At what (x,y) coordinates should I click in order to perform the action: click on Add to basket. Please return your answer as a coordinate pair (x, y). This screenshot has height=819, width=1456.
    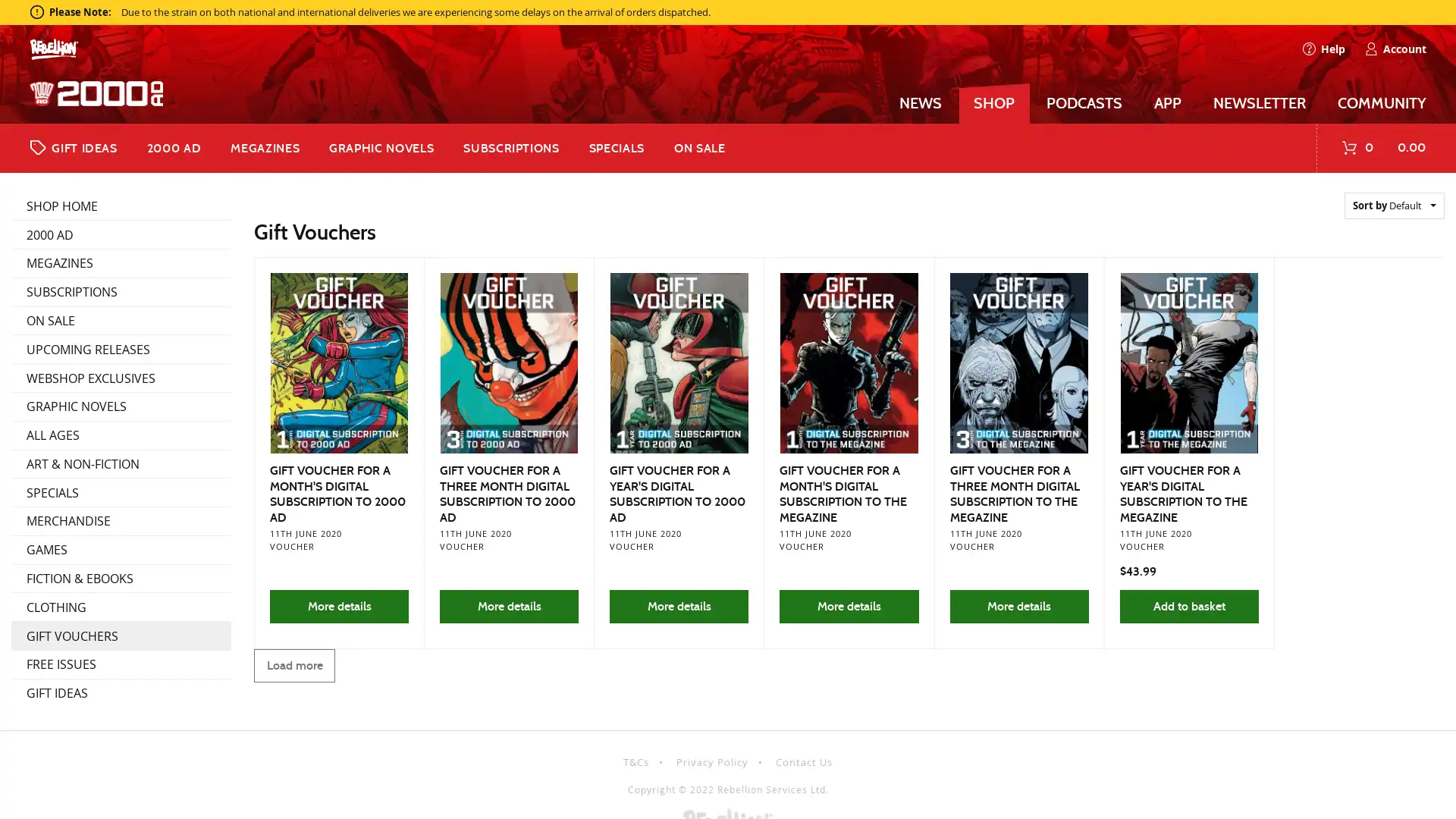
    Looking at the image, I should click on (1188, 605).